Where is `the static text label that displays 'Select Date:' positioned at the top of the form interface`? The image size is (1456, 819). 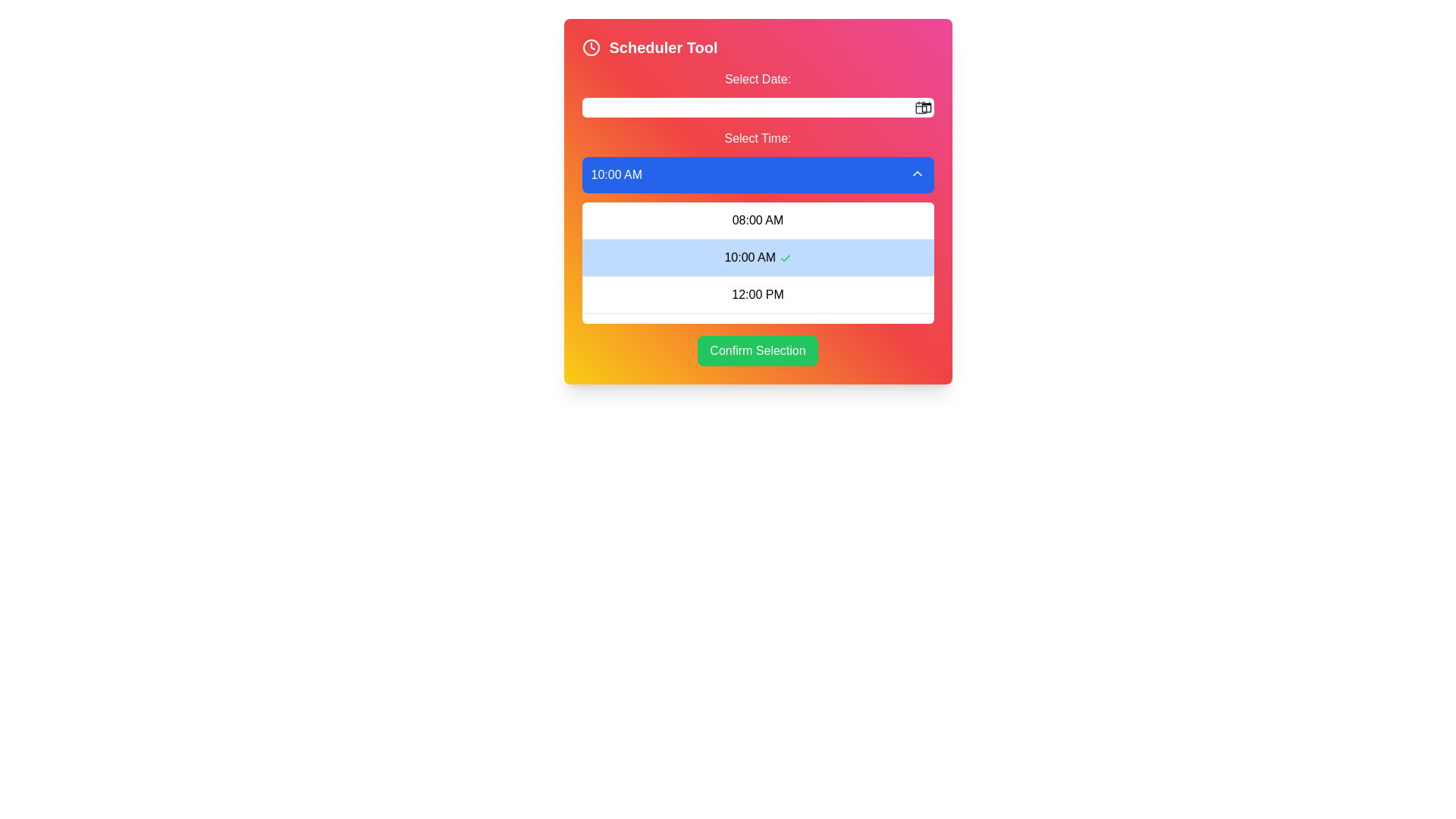
the static text label that displays 'Select Date:' positioned at the top of the form interface is located at coordinates (758, 79).